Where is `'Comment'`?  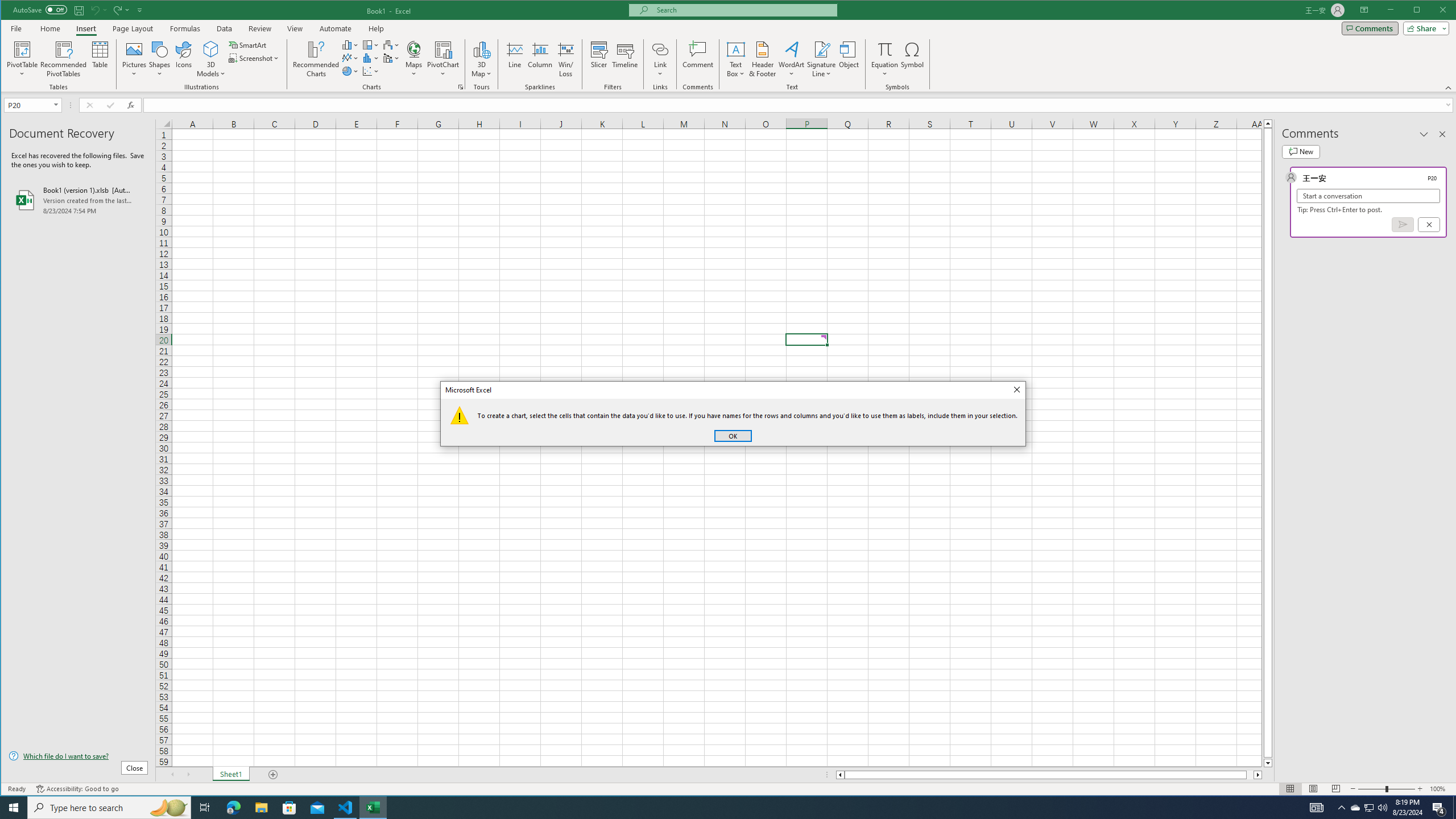
'Comment' is located at coordinates (698, 59).